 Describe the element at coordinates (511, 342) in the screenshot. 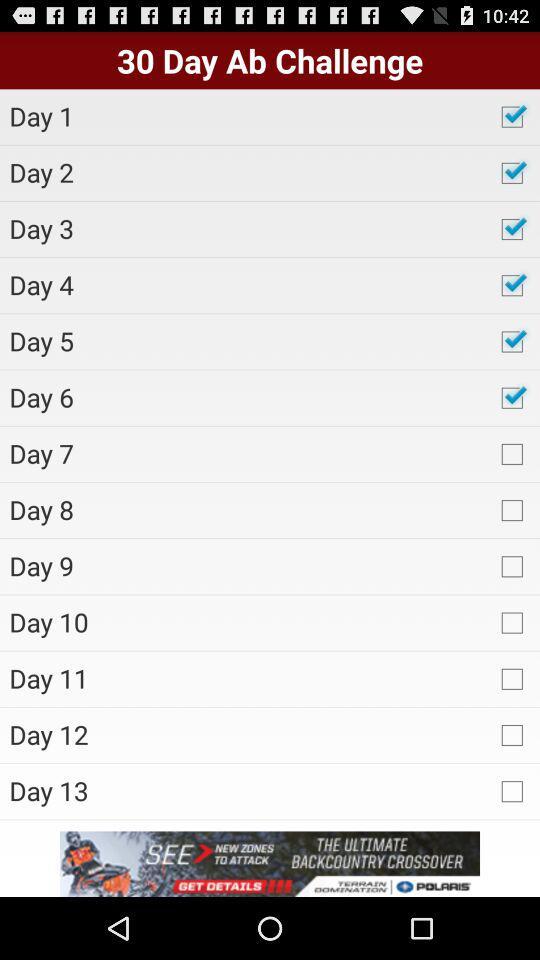

I see `the selected option to the right of day 5` at that location.